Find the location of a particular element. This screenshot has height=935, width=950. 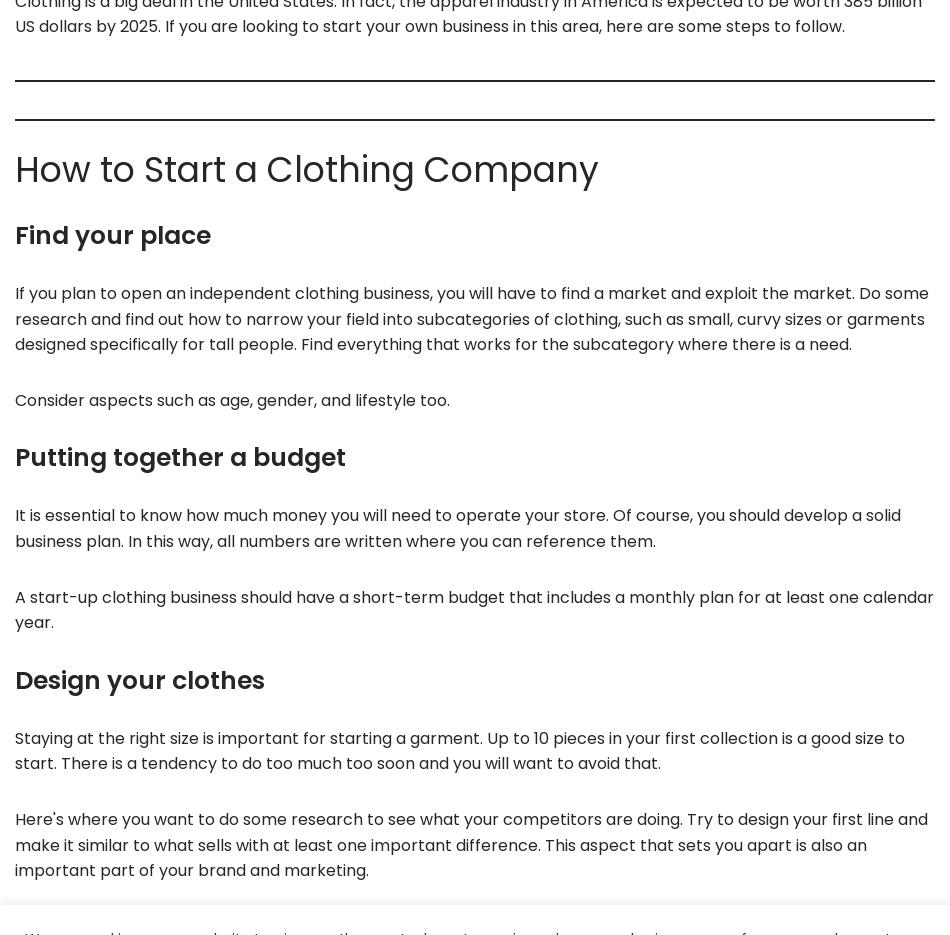

'If you plan to open an independent clothing business, you will have to find a market and exploit the market. Do some research and find out how to narrow your field into subcategories of clothing, such as small, curvy sizes or garments designed specifically for tall people. Find everything that works for the subcategory where there is a need.' is located at coordinates (470, 319).